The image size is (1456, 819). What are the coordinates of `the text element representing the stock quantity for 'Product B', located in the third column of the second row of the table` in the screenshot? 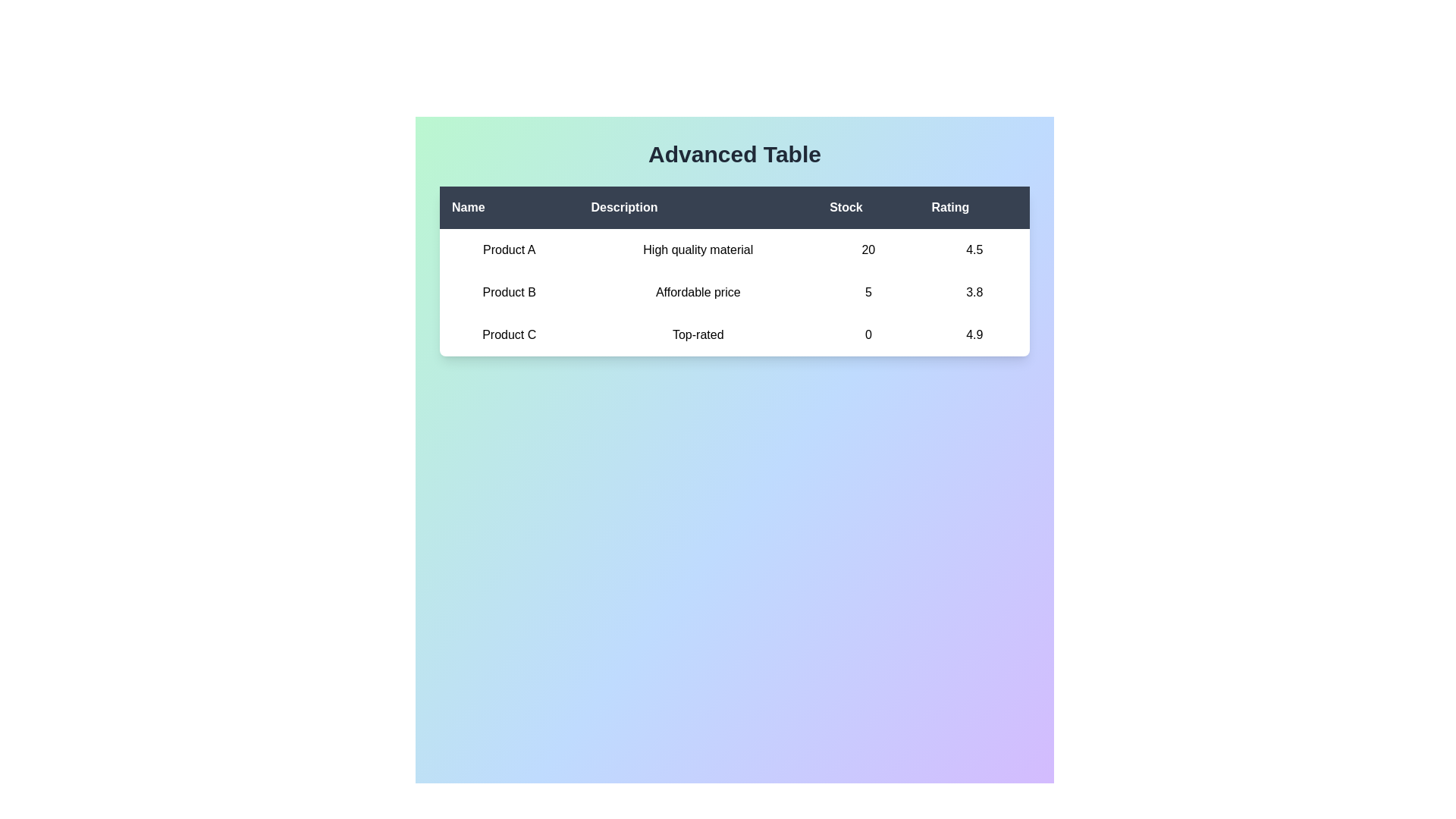 It's located at (868, 292).